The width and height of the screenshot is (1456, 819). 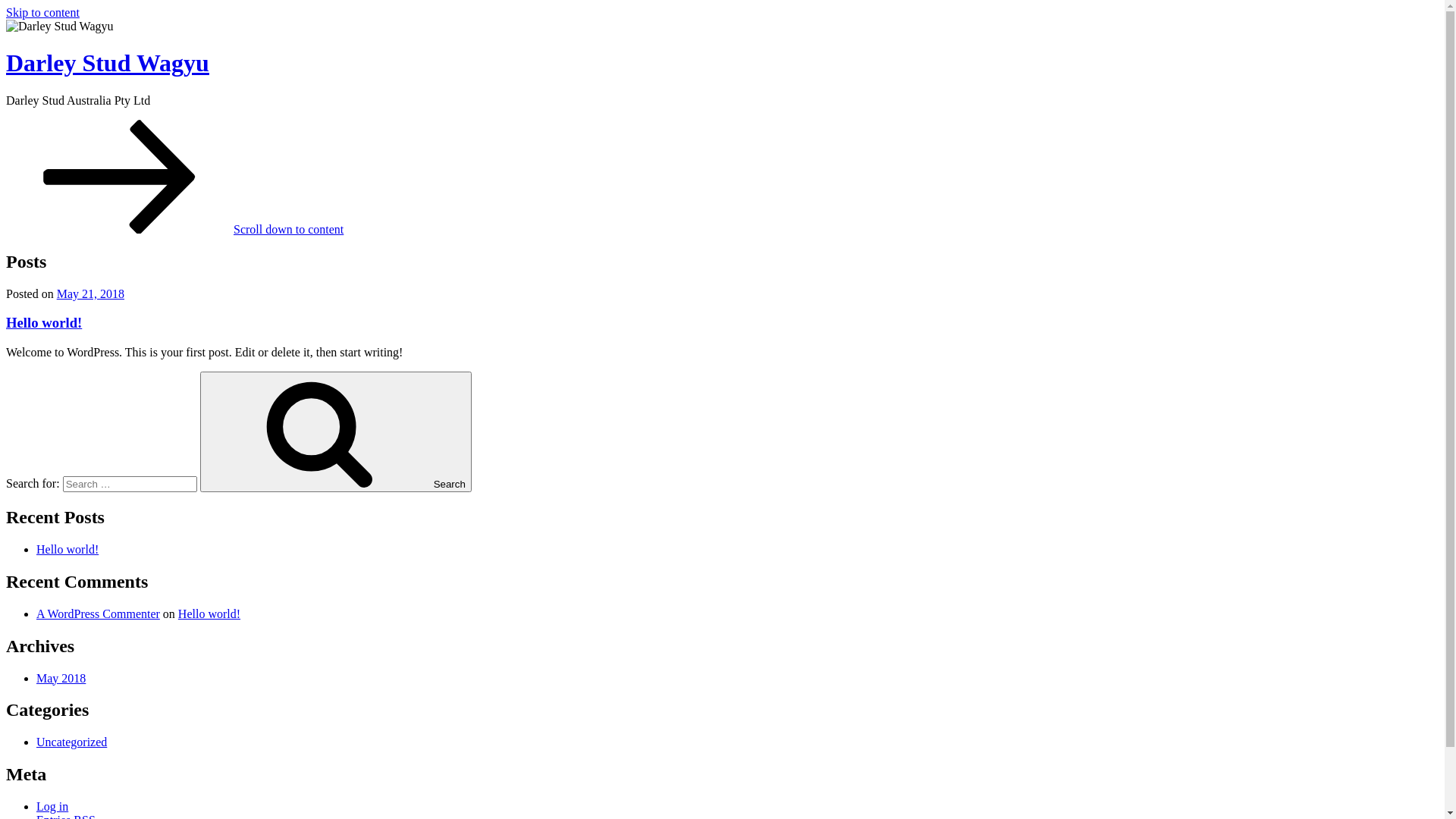 I want to click on 'Log in', so click(x=52, y=805).